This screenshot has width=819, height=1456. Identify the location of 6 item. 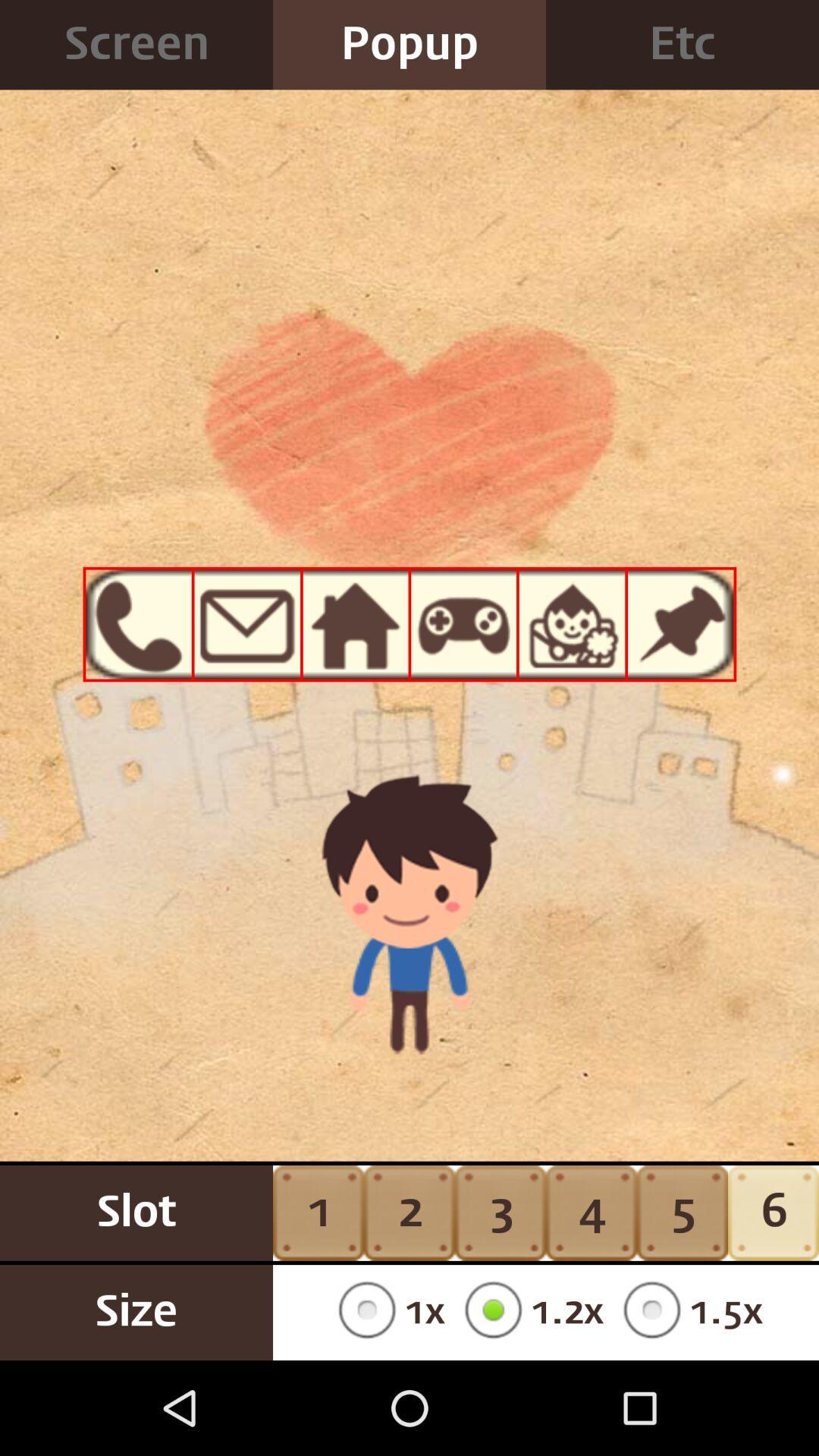
(773, 1212).